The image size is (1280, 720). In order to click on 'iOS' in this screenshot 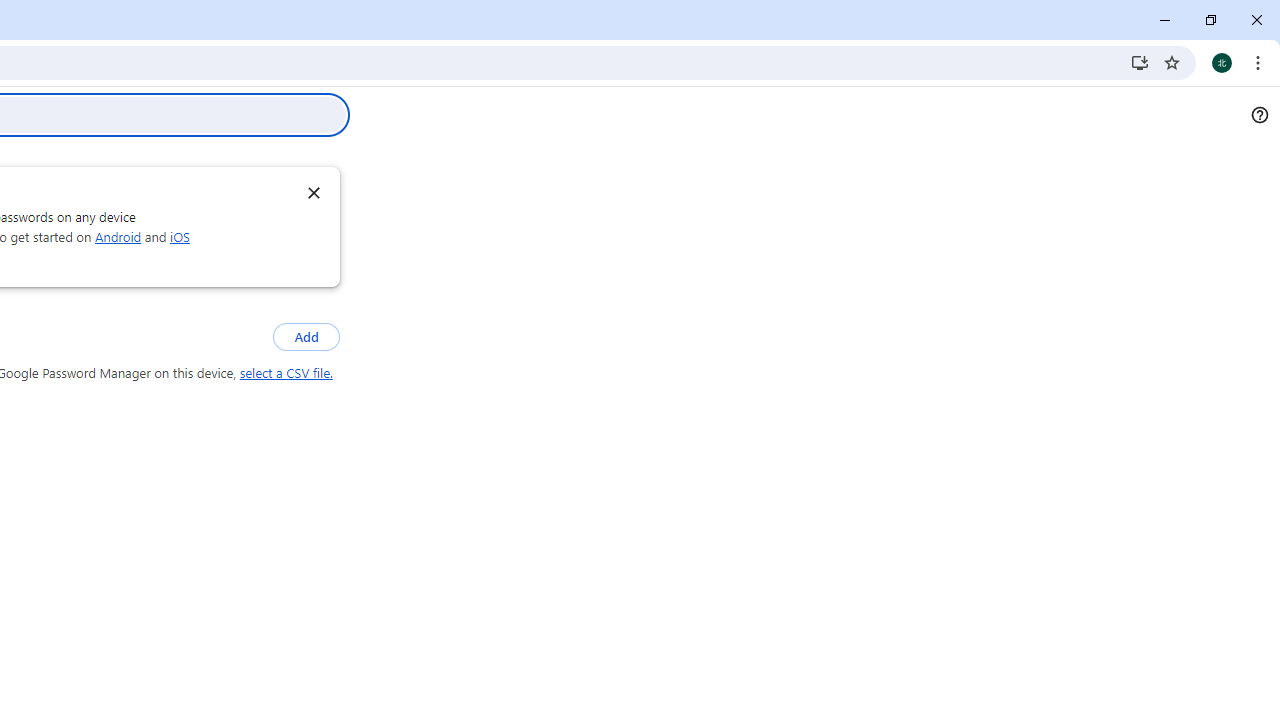, I will do `click(179, 235)`.